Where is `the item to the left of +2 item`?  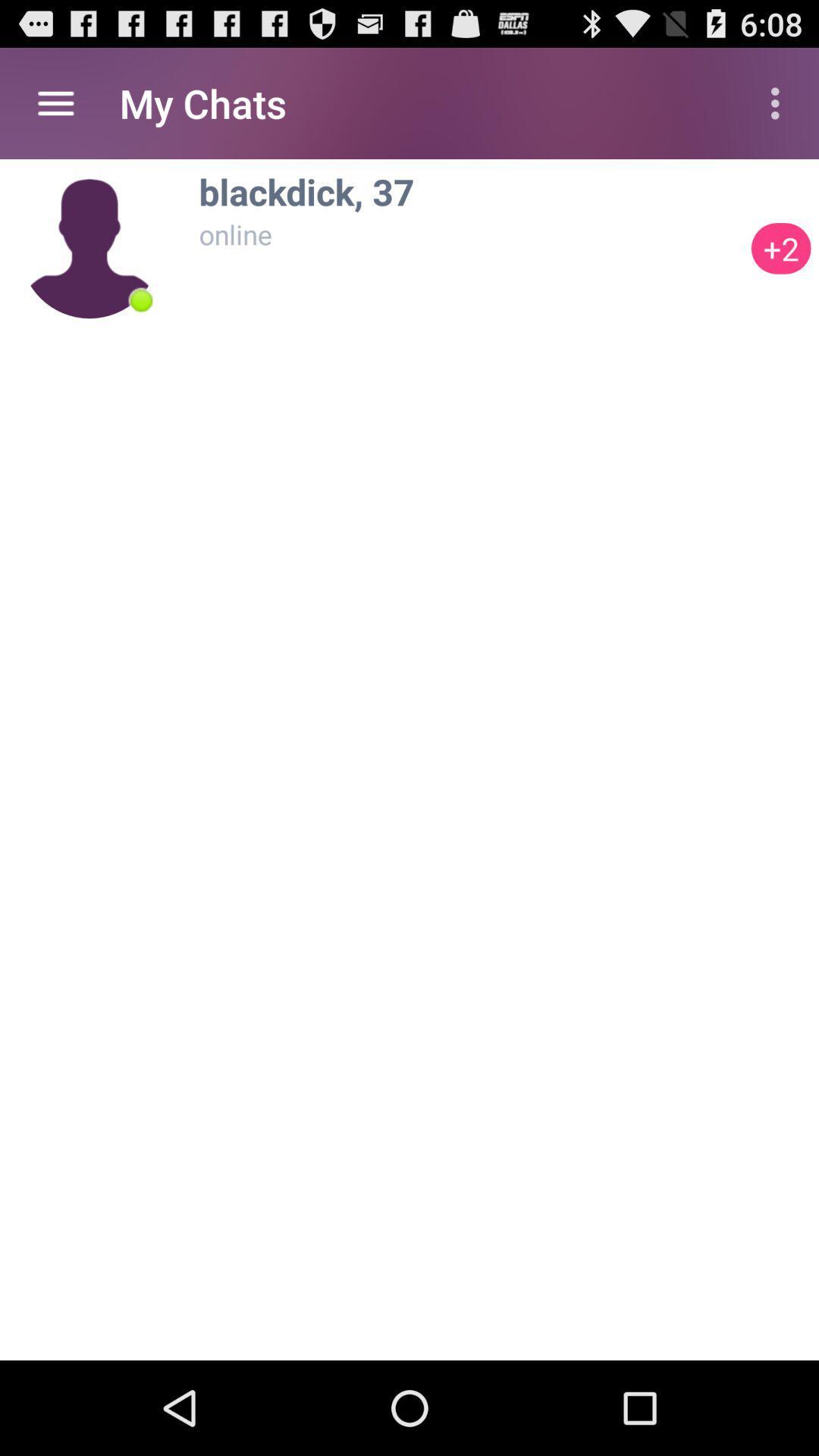
the item to the left of +2 item is located at coordinates (470, 190).